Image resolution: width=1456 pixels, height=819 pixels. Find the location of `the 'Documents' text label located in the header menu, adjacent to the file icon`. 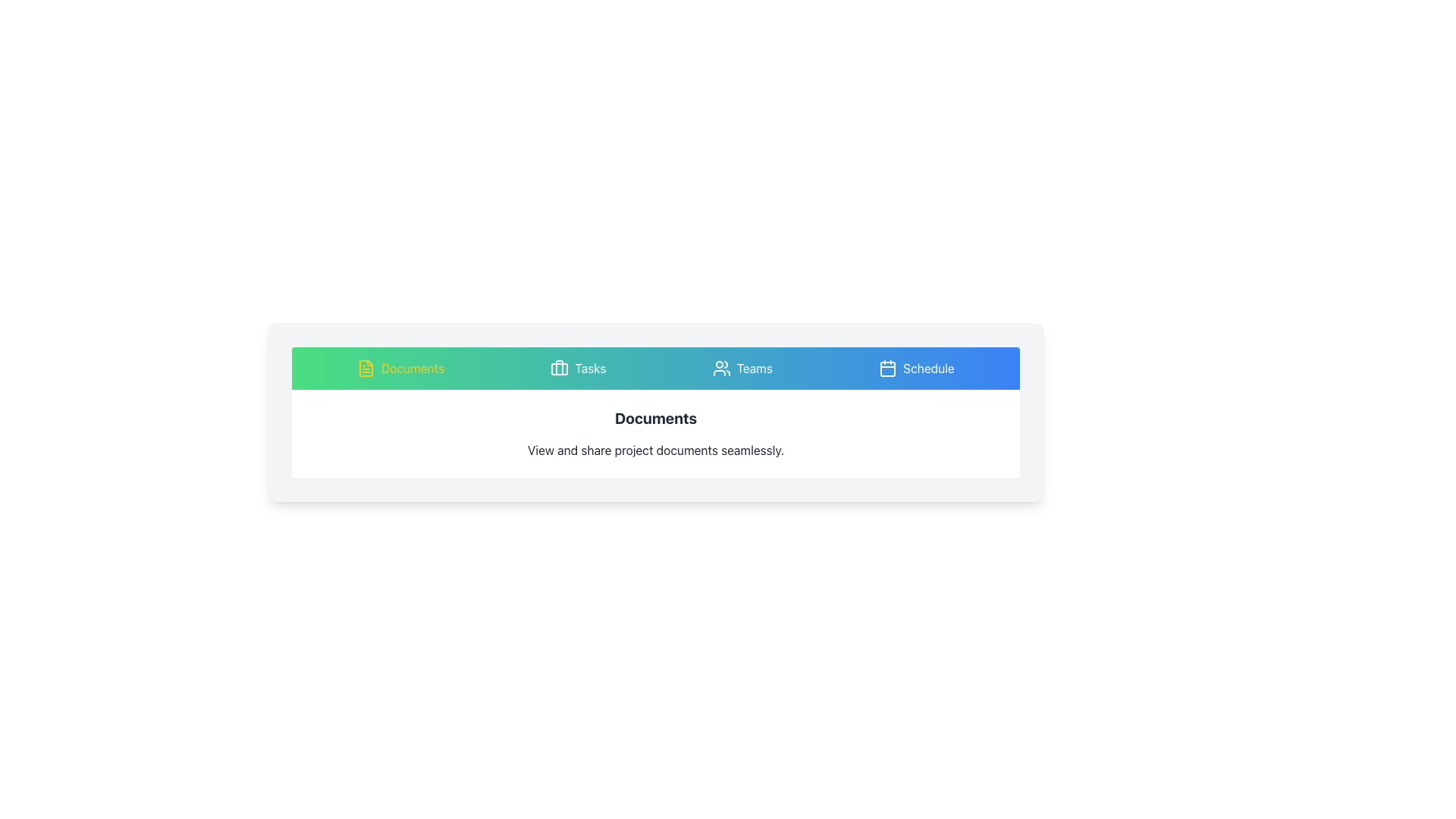

the 'Documents' text label located in the header menu, adjacent to the file icon is located at coordinates (413, 369).